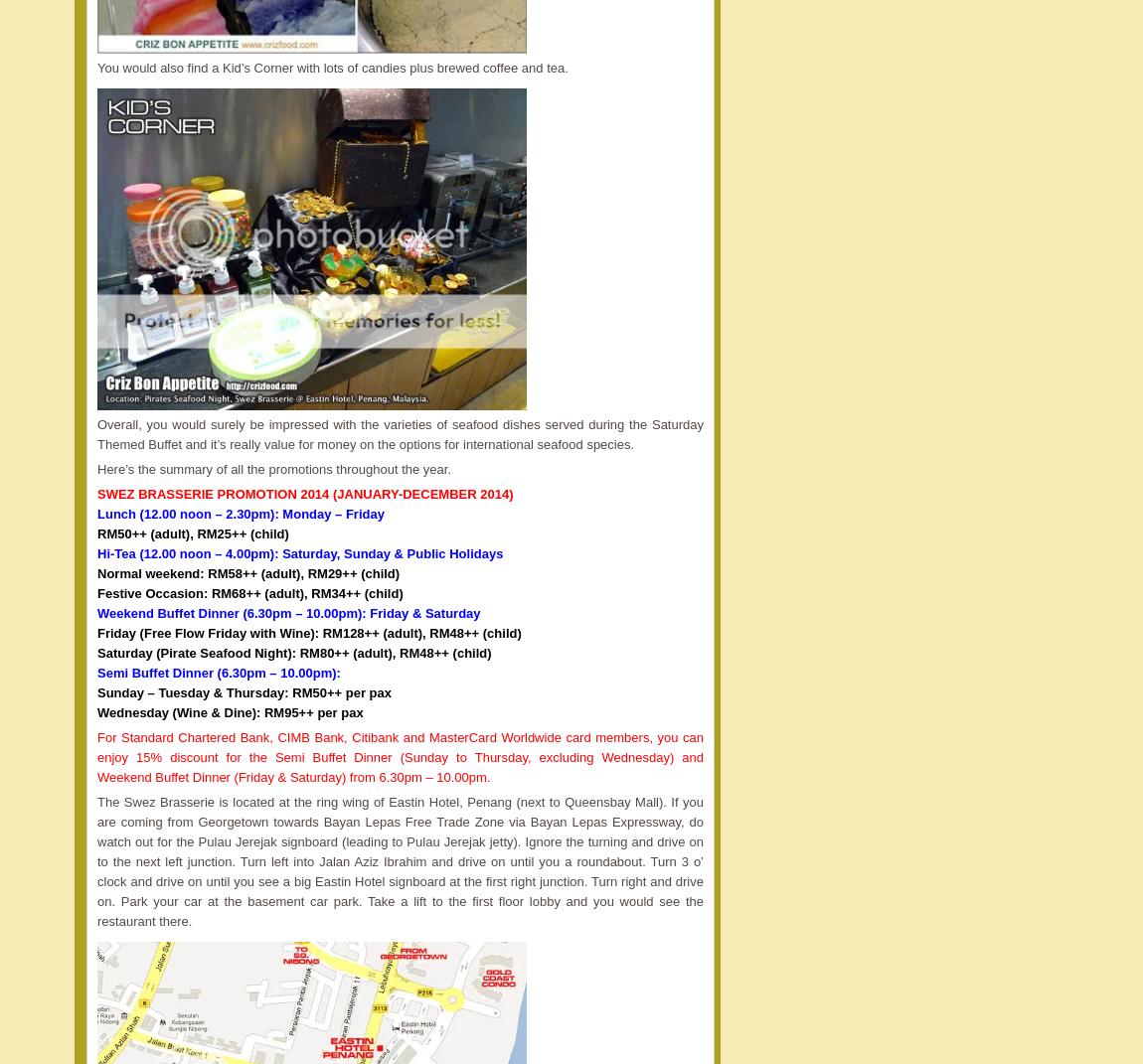  Describe the element at coordinates (400, 434) in the screenshot. I see `'Overall, you would surely be impressed with the varieties of seafood dishes served during the Saturday Themed Buffet and it’s really value for money on the options for international seafood species.'` at that location.